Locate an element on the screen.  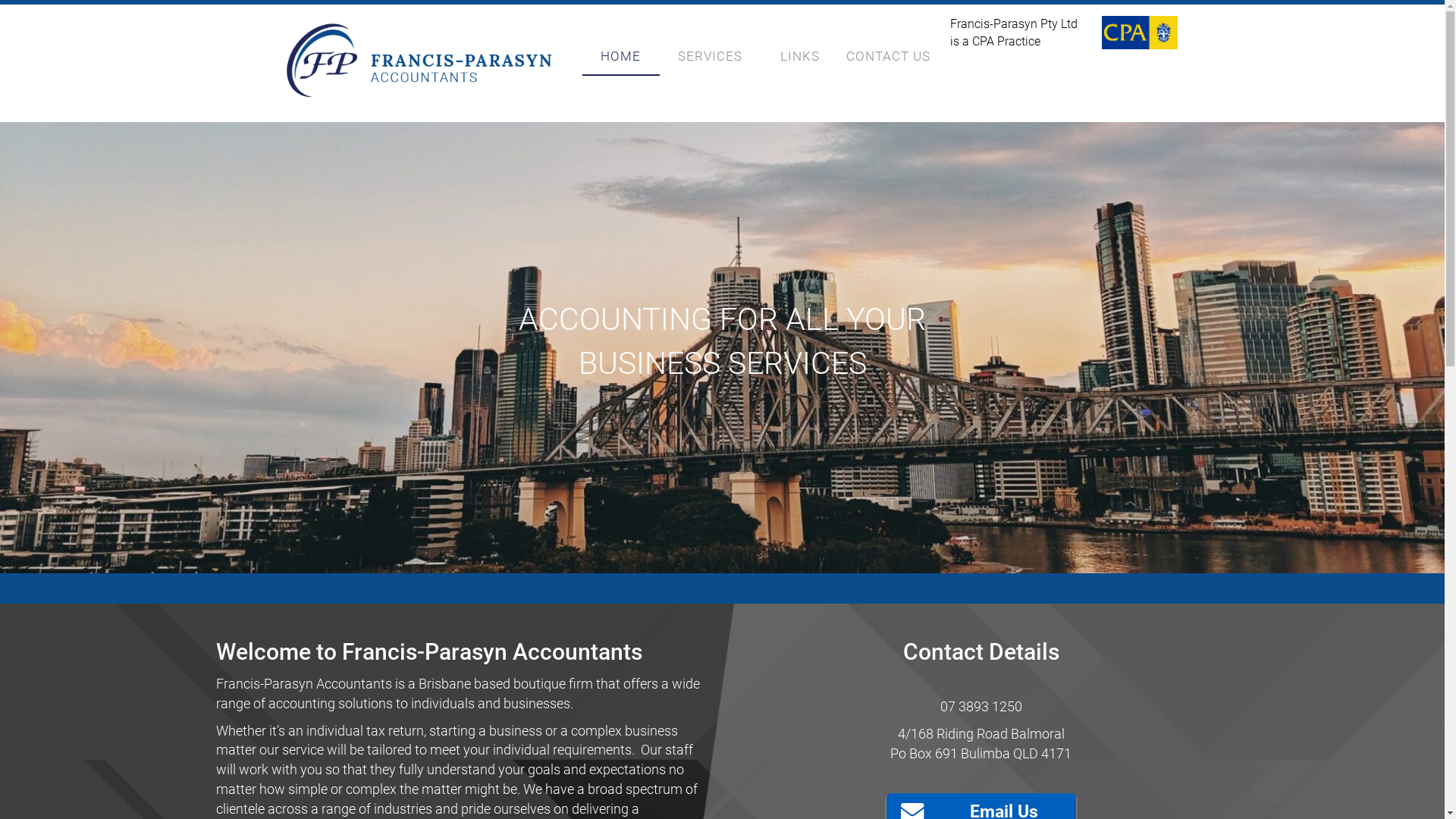
'07 3893 1250' is located at coordinates (981, 706).